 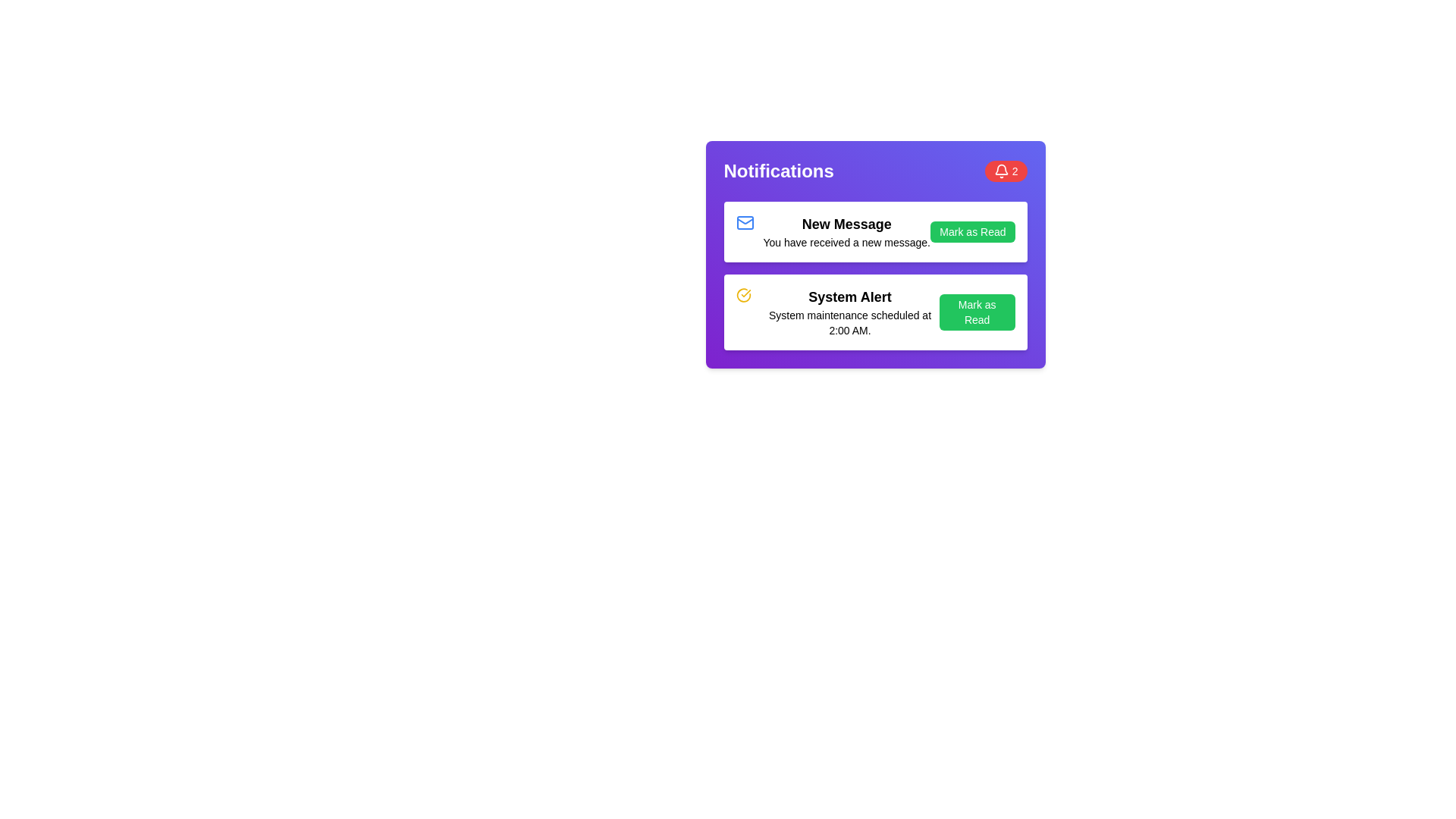 I want to click on the 'Mark as Read' button, which is a rectangular button with a green background and white text, located at the bottom-right corner of the notifications panel to mark the notification as read, so click(x=976, y=312).